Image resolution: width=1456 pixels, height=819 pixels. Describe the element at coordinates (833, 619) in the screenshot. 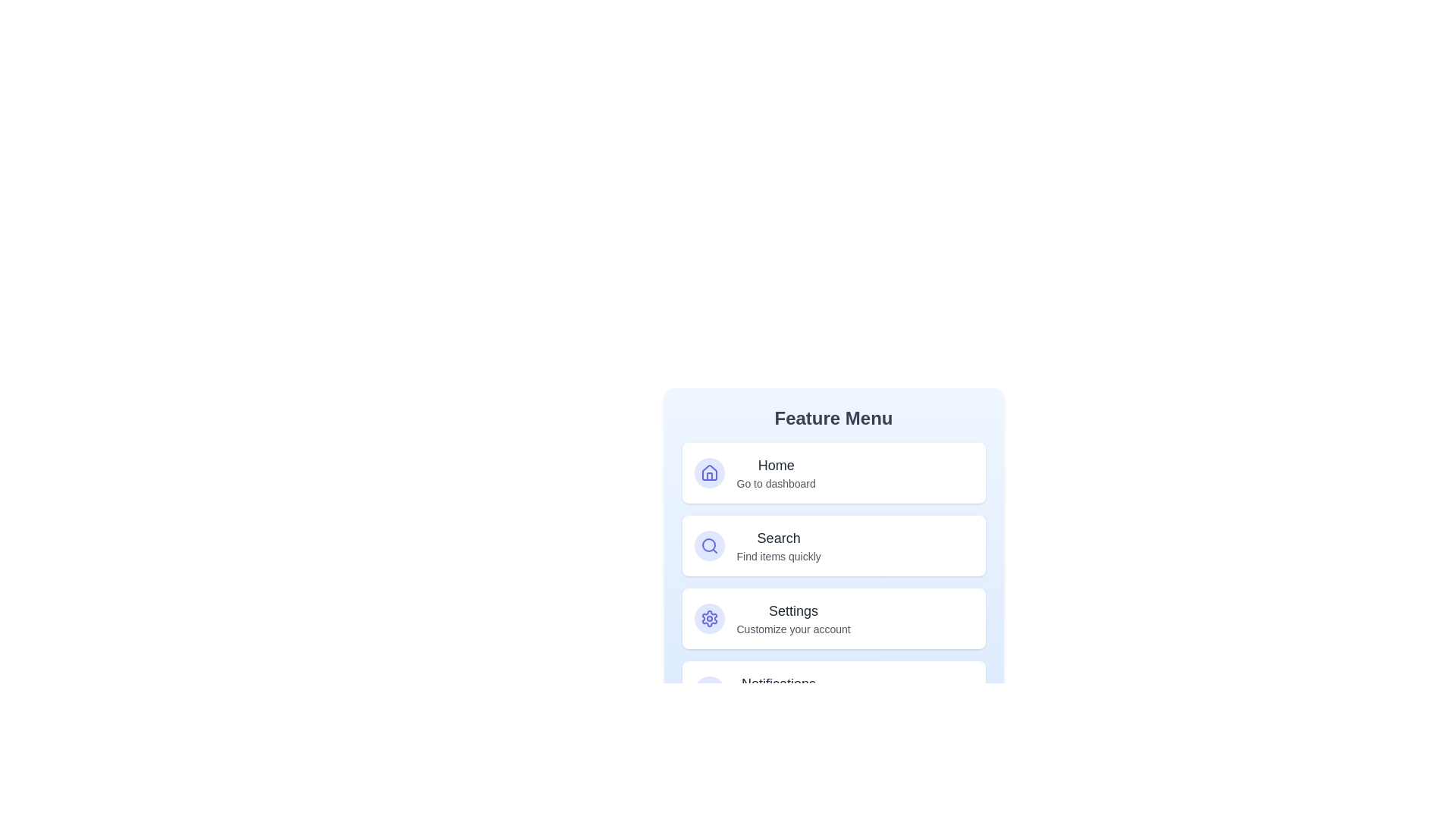

I see `the option Settings to see its hover effect` at that location.